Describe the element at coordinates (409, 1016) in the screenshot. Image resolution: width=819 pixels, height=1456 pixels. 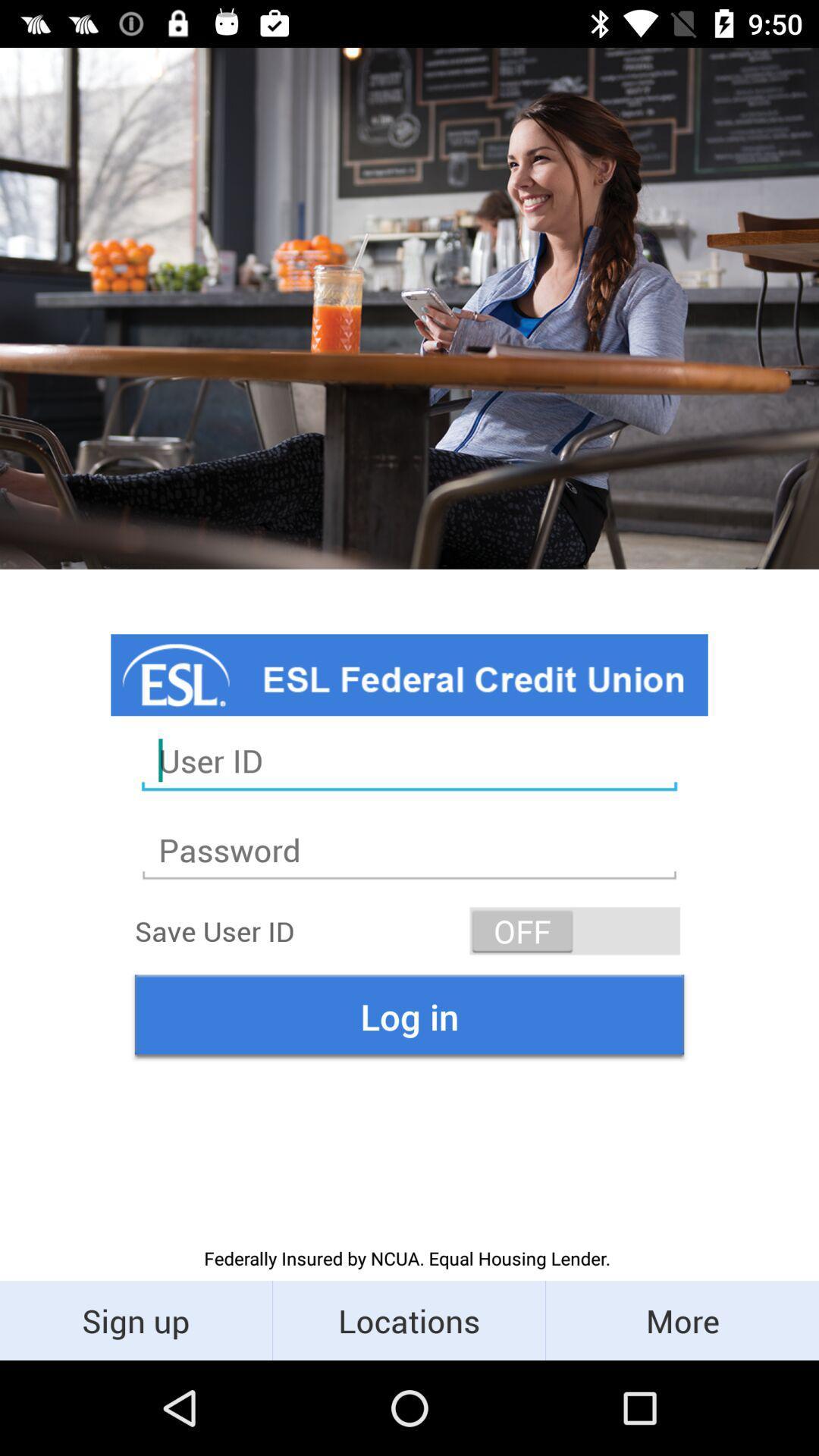
I see `log in button` at that location.